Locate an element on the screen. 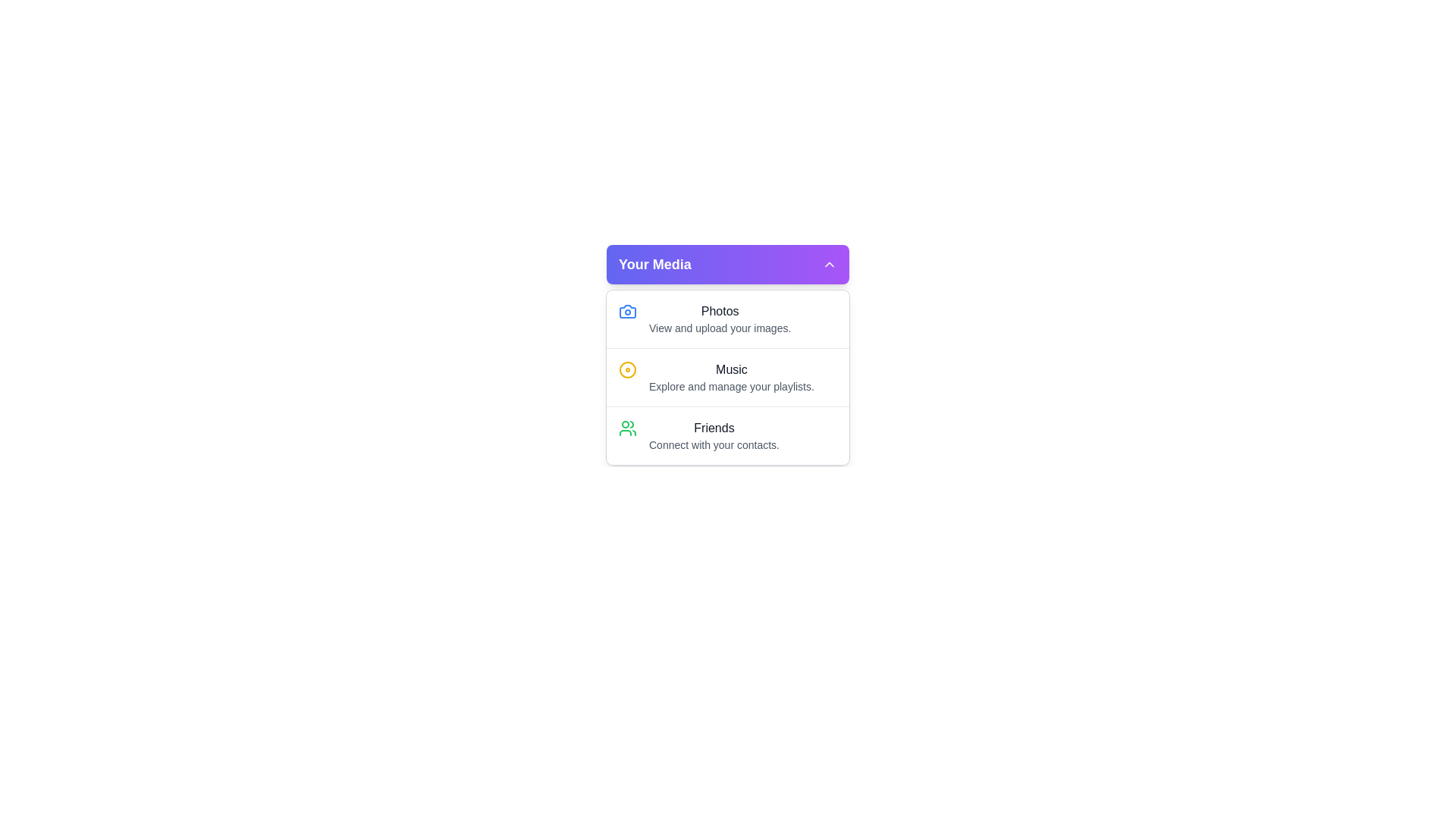  the green SVG icon representing a group of people, which is part of the 'Friends' menu item located to the left of the text 'Friends Connect with your contacts.' is located at coordinates (628, 428).